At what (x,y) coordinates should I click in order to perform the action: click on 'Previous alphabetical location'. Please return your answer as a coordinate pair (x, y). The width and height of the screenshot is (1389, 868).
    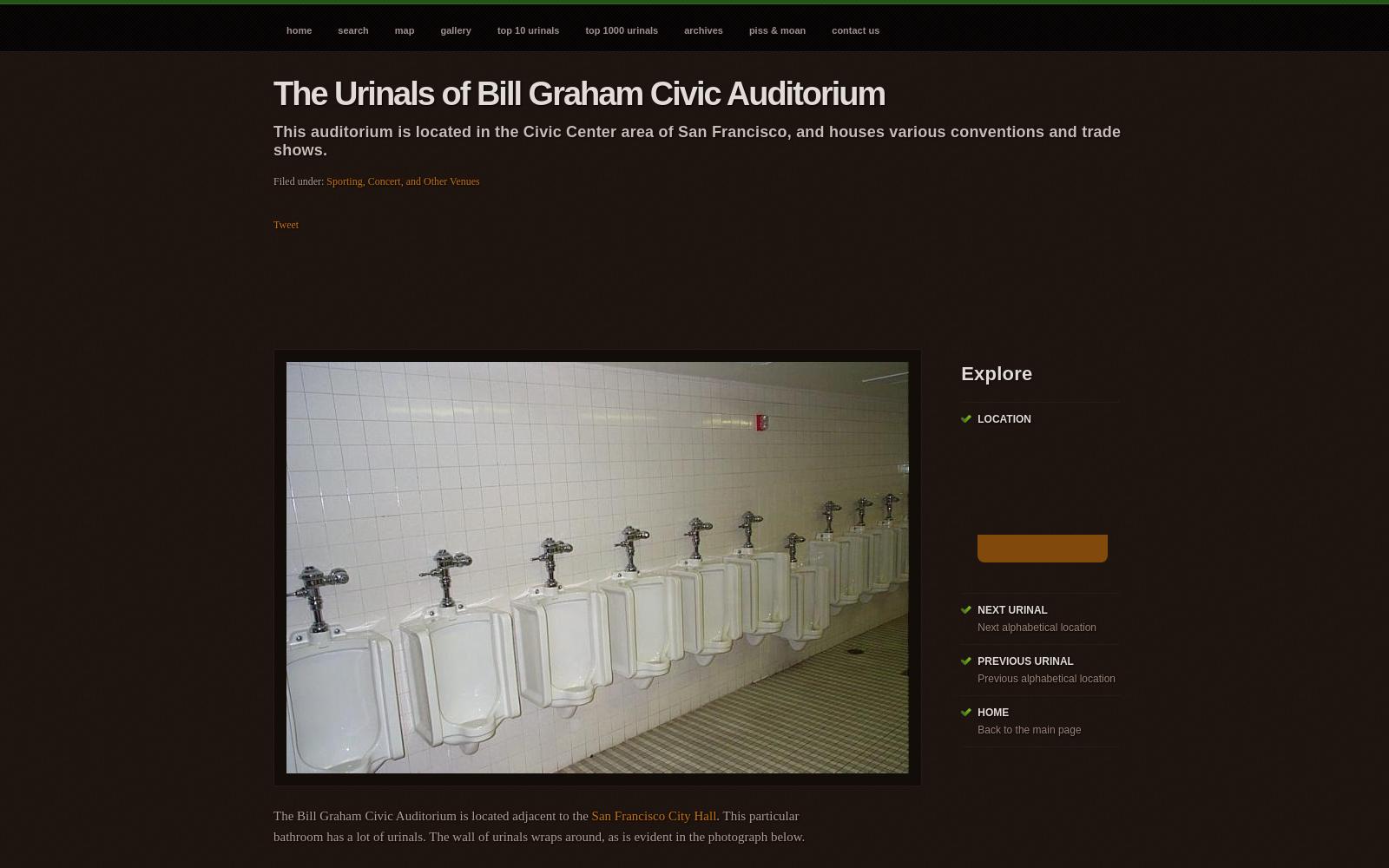
    Looking at the image, I should click on (1045, 678).